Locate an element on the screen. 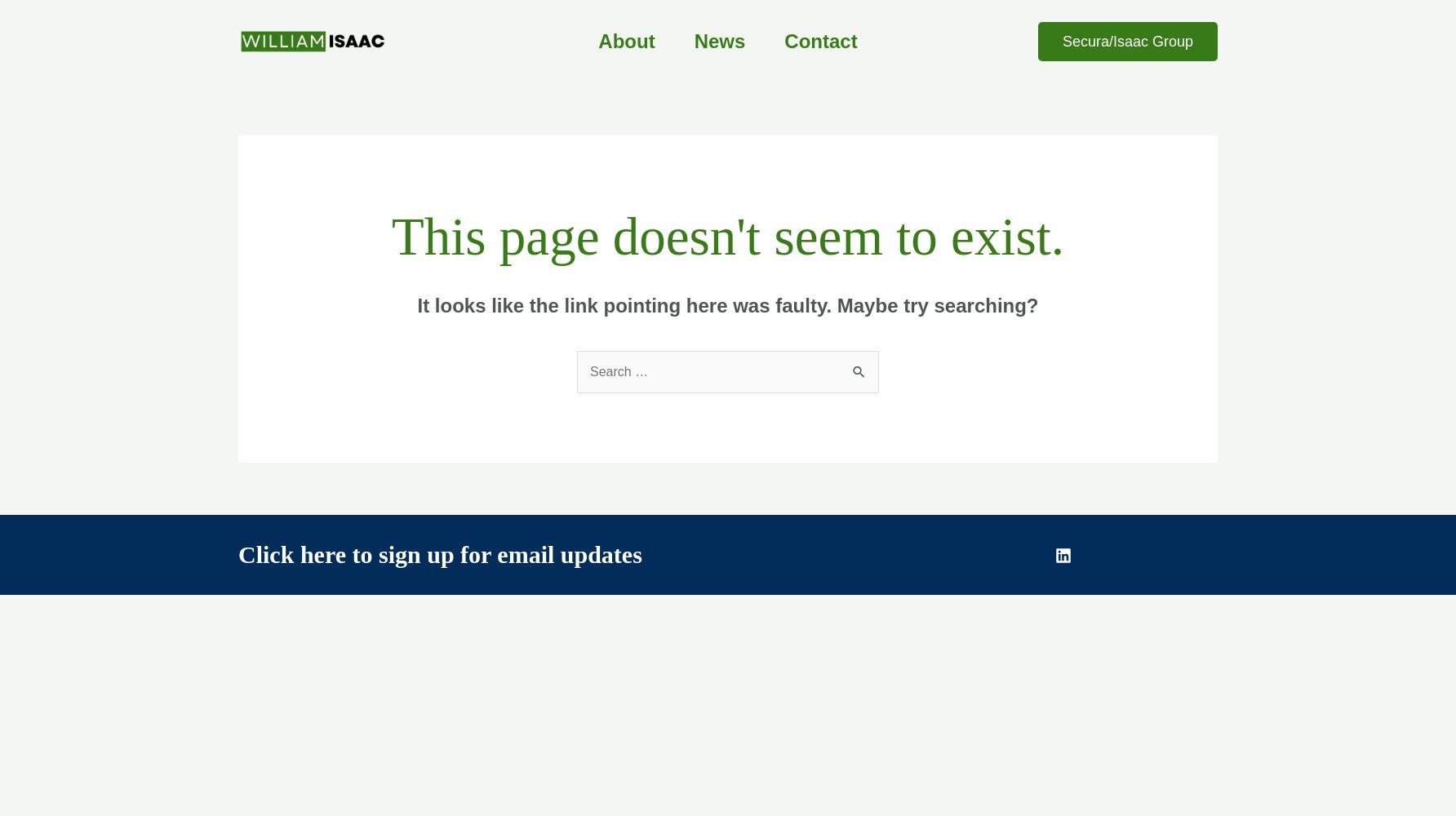 The width and height of the screenshot is (1456, 816). 'Contact' is located at coordinates (784, 41).